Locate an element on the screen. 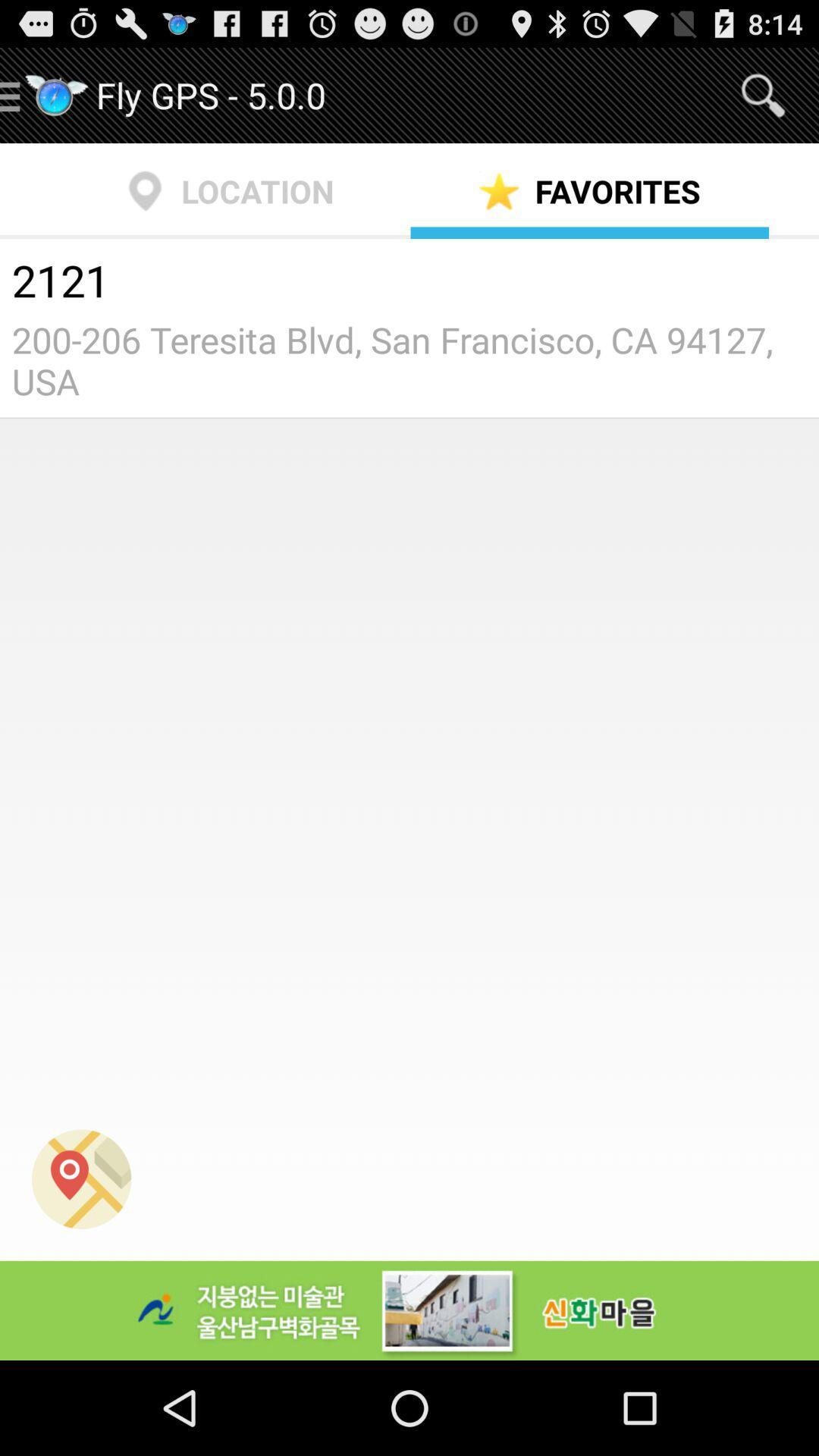 The height and width of the screenshot is (1456, 819). the 200 206 teresita item is located at coordinates (409, 359).